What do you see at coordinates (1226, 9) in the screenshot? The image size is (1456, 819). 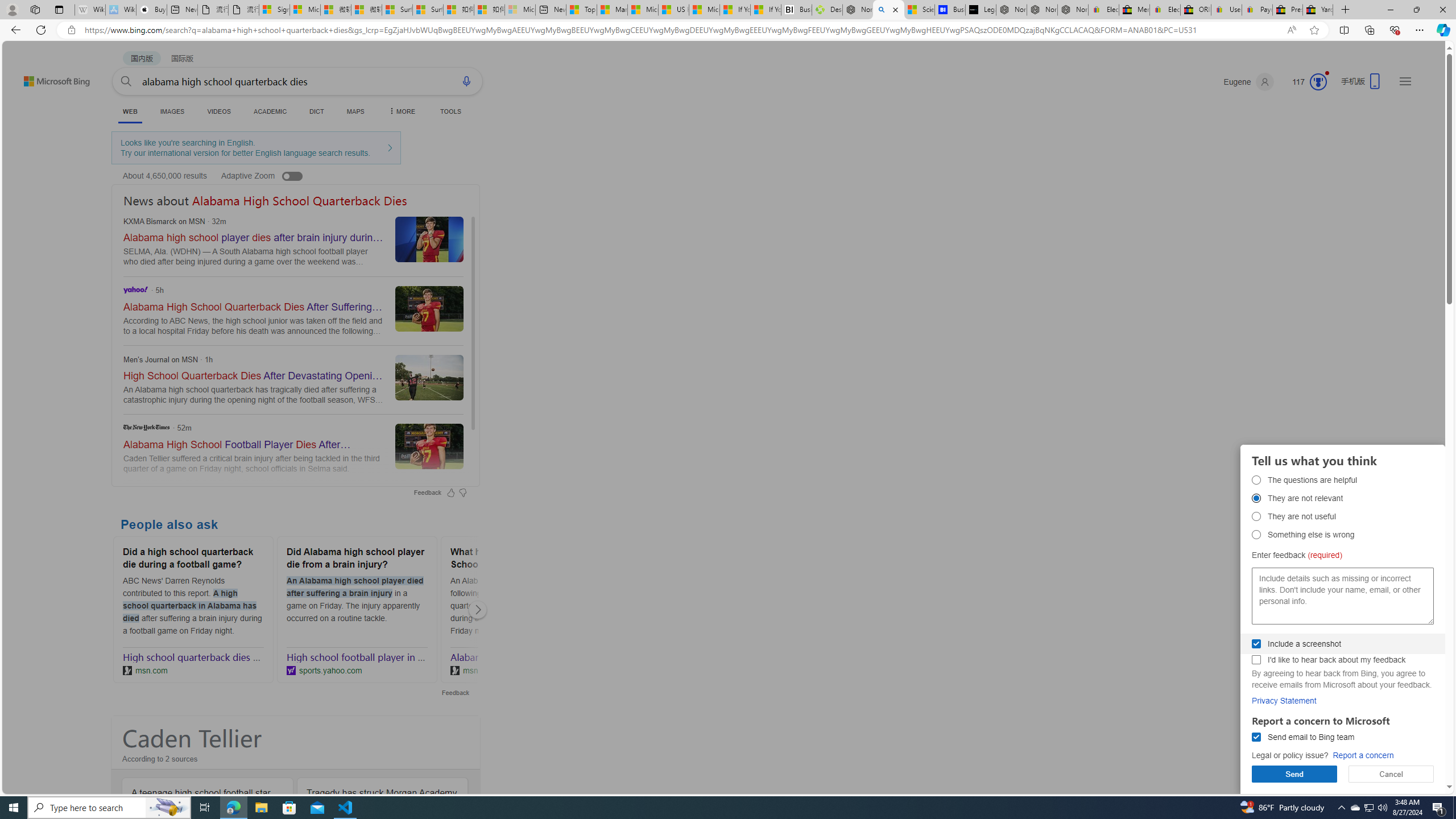 I see `'User Privacy Notice | eBay'` at bounding box center [1226, 9].